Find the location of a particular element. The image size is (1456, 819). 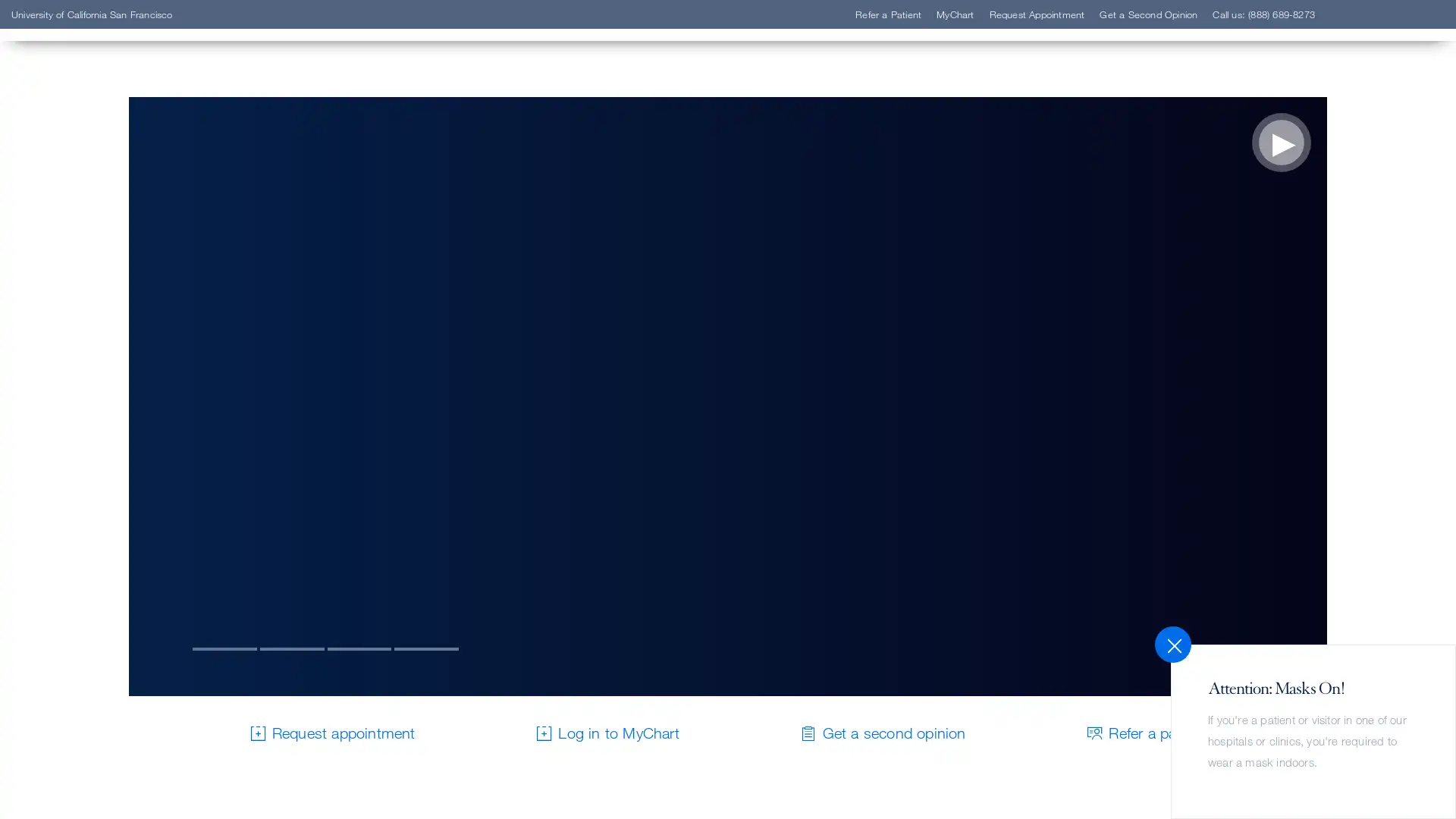

Find a Doctor is located at coordinates (105, 223).